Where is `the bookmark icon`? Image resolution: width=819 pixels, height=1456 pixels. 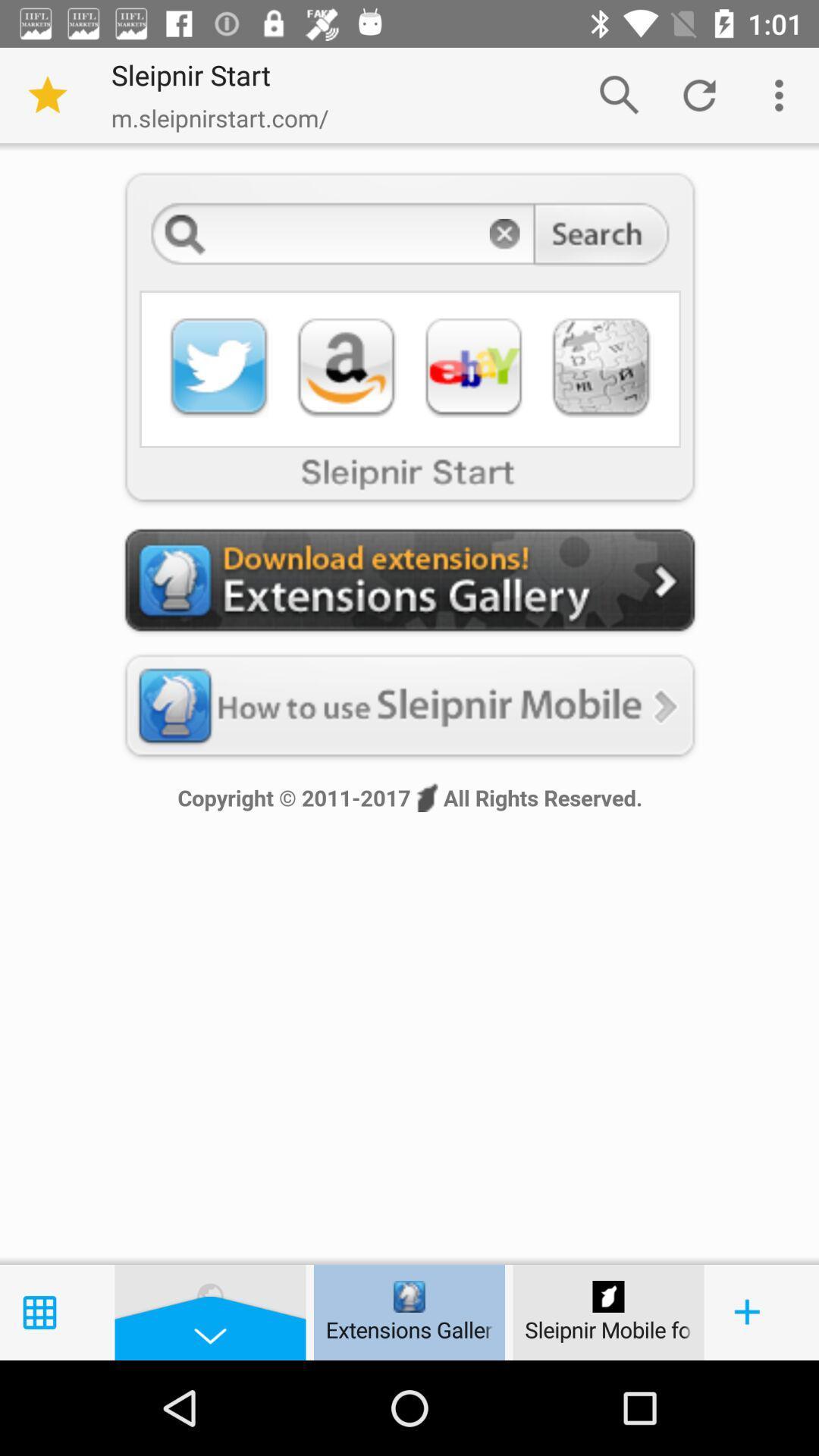 the bookmark icon is located at coordinates (47, 94).